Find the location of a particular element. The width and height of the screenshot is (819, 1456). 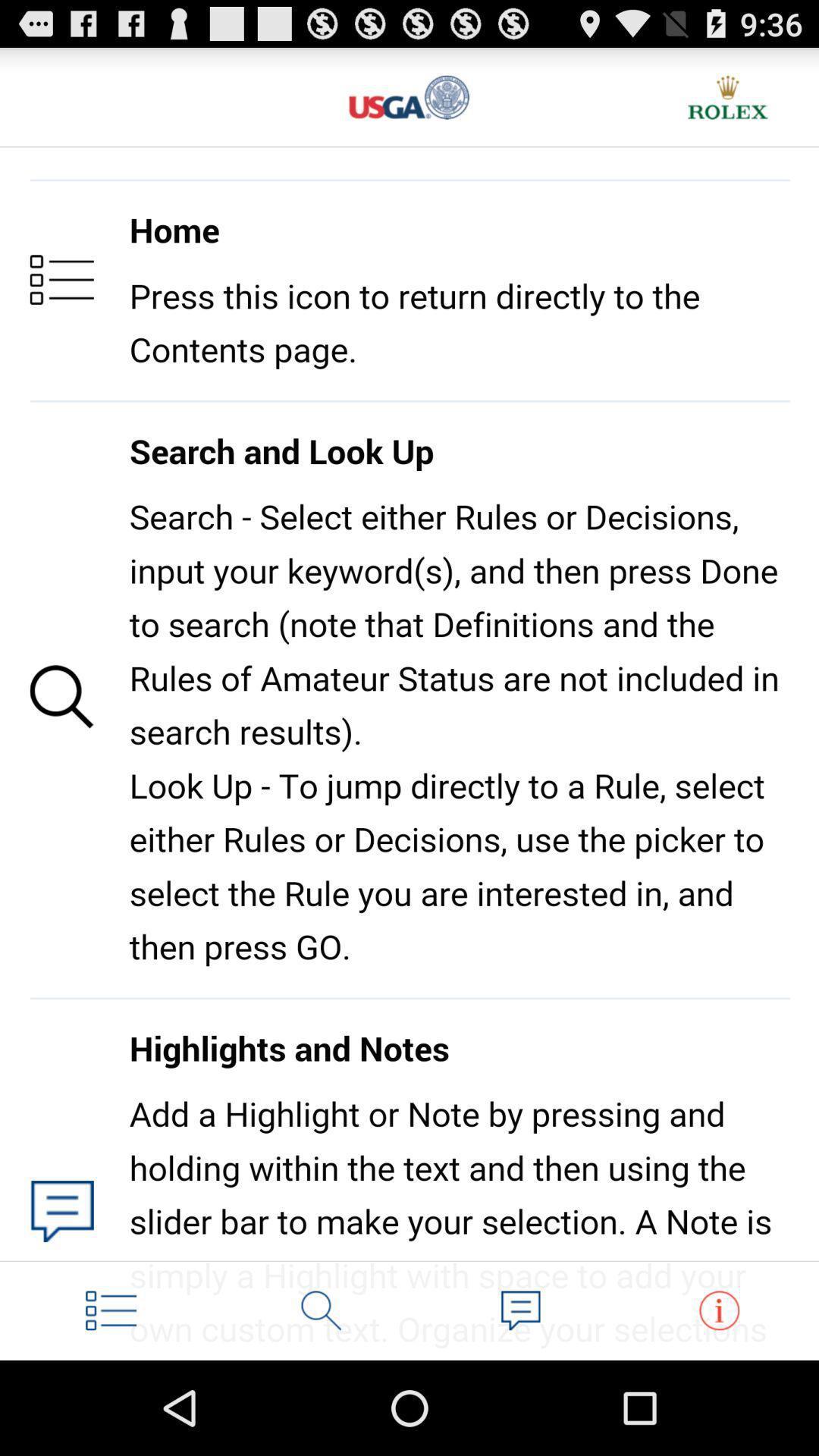

return to main page is located at coordinates (409, 96).